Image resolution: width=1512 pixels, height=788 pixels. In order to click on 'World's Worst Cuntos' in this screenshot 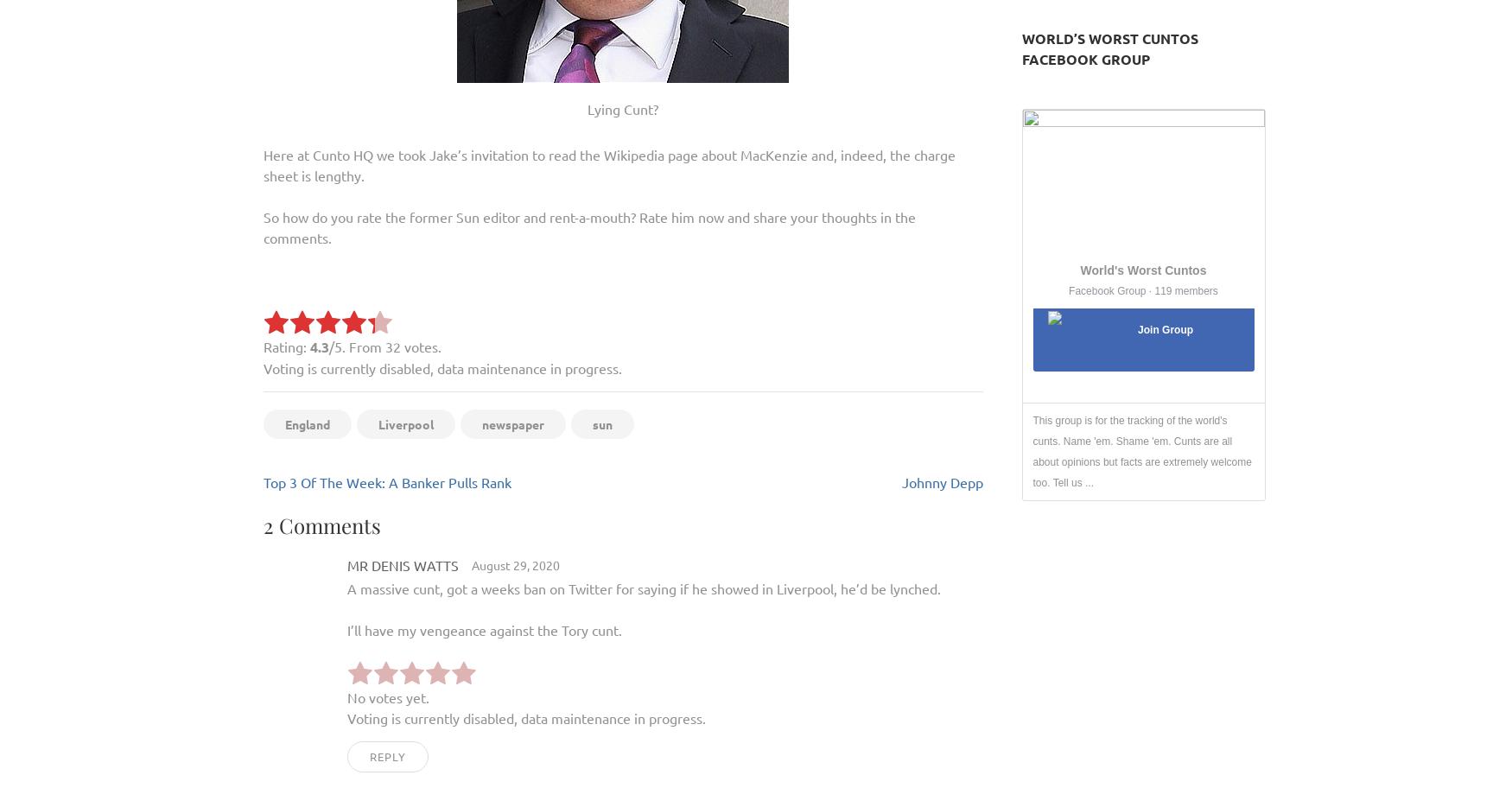, I will do `click(1143, 270)`.